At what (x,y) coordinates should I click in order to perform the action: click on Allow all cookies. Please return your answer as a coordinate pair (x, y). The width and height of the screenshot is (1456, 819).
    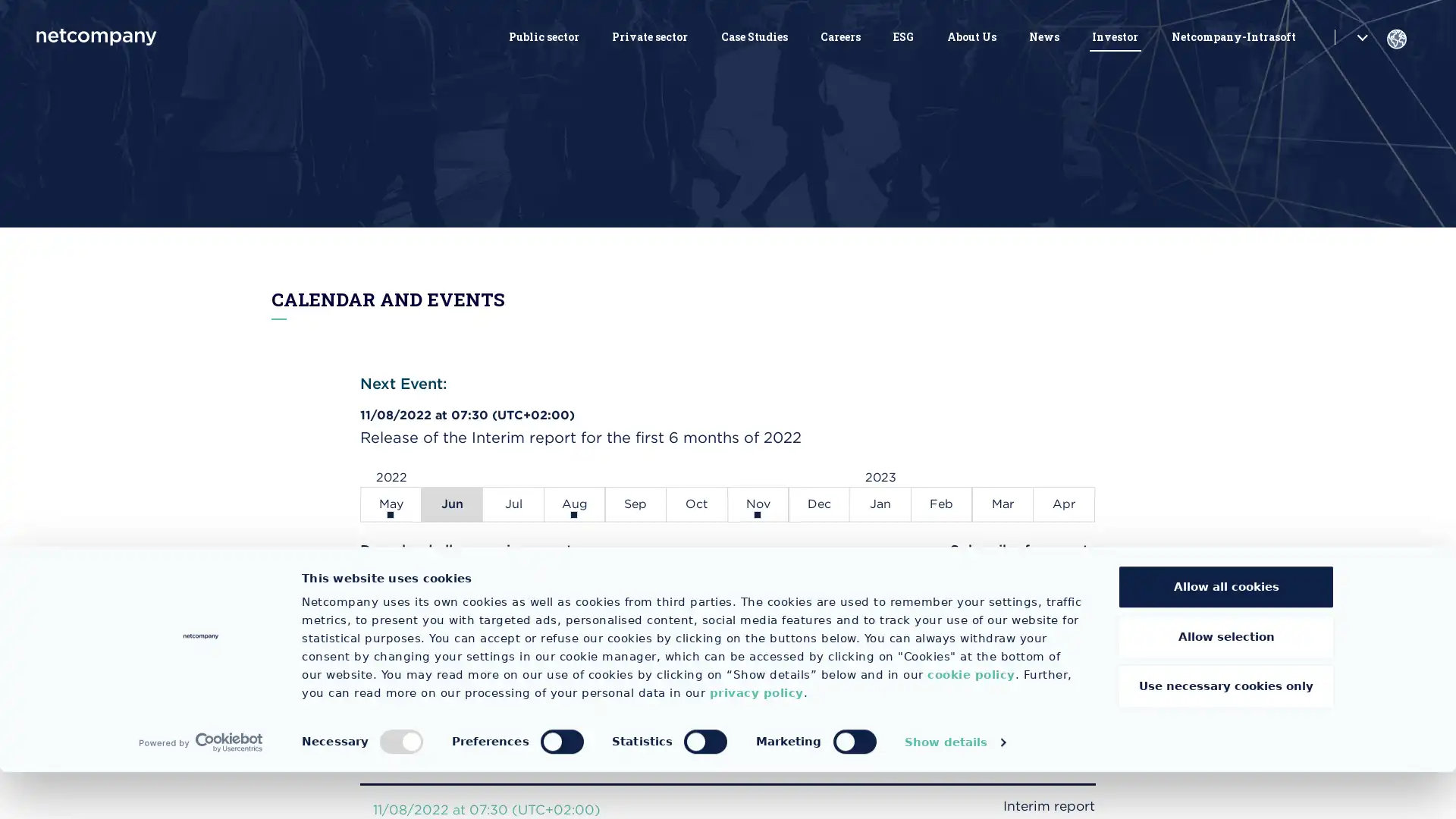
    Looking at the image, I should click on (1226, 634).